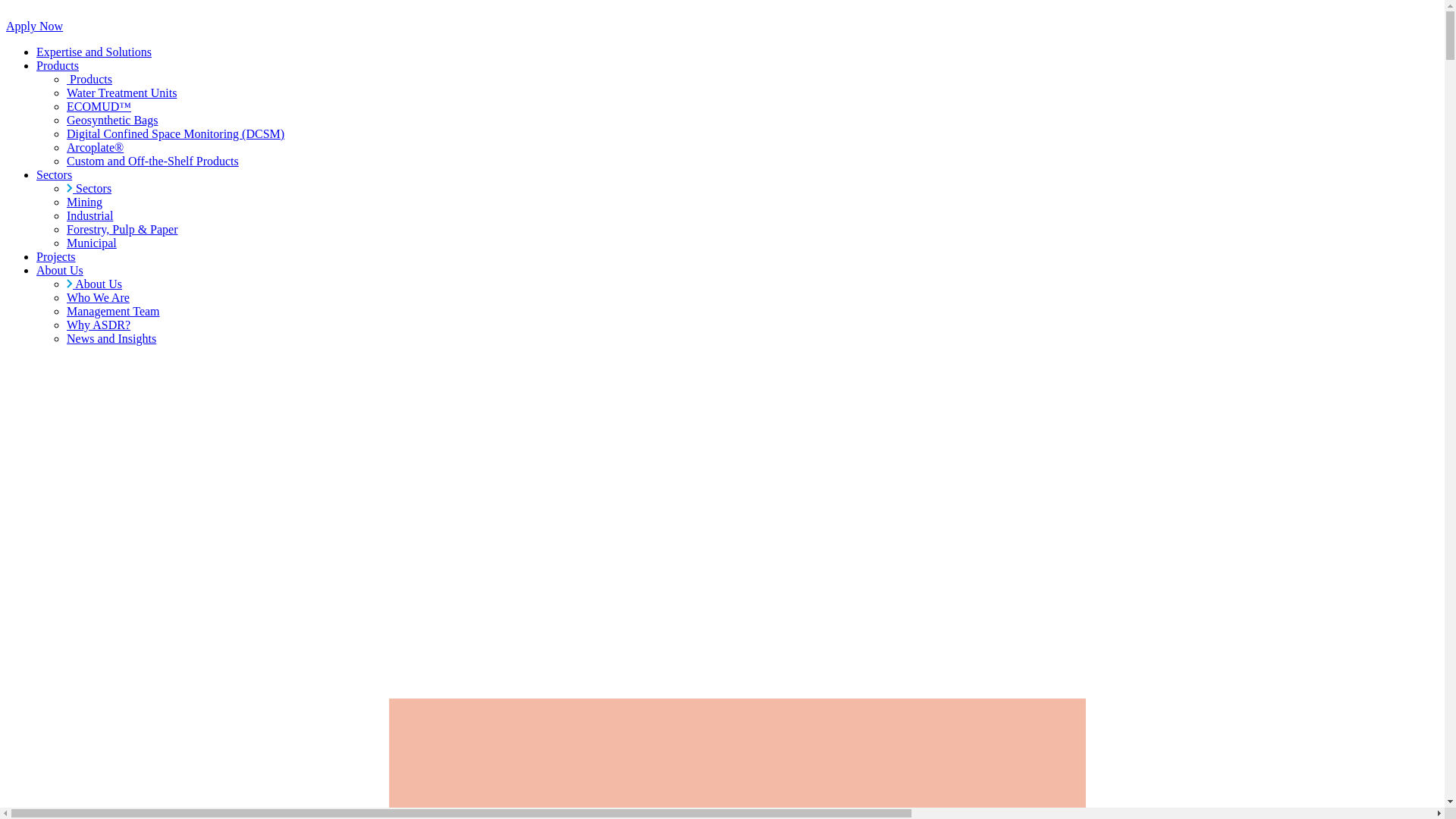  What do you see at coordinates (97, 324) in the screenshot?
I see `'Why ASDR?'` at bounding box center [97, 324].